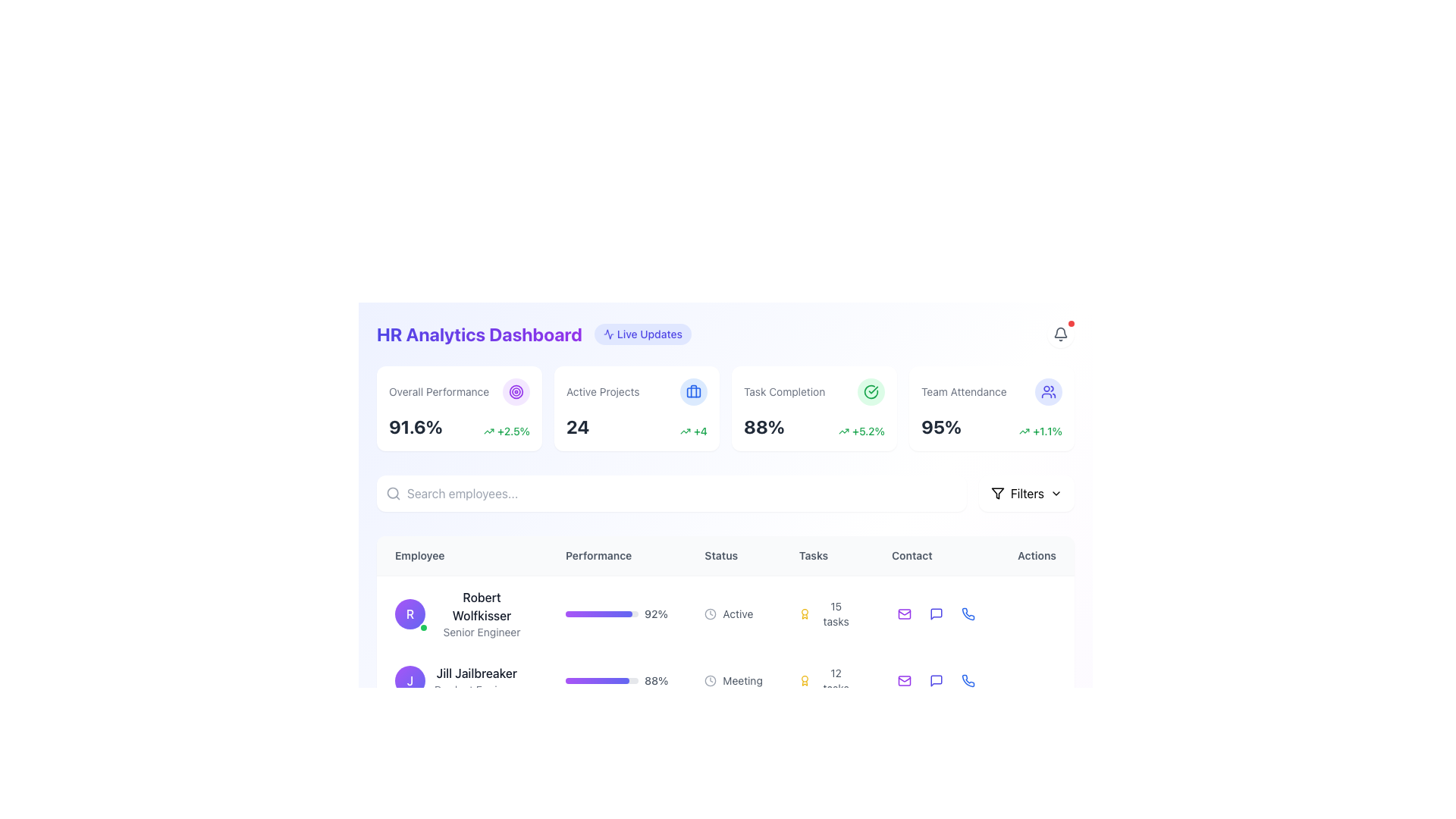 The image size is (1456, 819). Describe the element at coordinates (685, 431) in the screenshot. I see `the visual representation of the positive trend icon located next to the numeric label '+4' in the 'Active Projects' card on the dashboard` at that location.